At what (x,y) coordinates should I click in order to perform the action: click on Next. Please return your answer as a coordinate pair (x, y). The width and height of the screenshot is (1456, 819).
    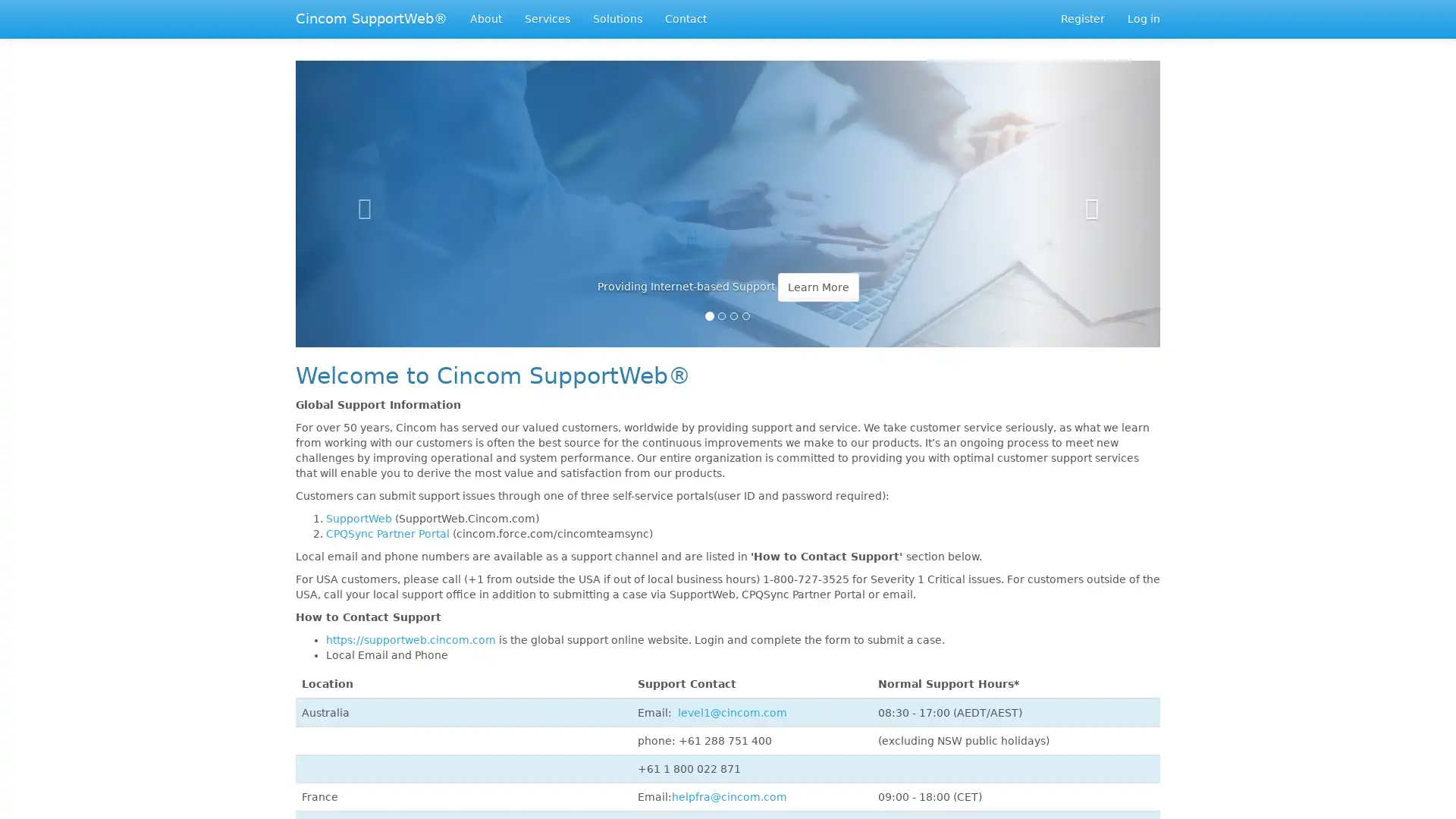
    Looking at the image, I should click on (1095, 192).